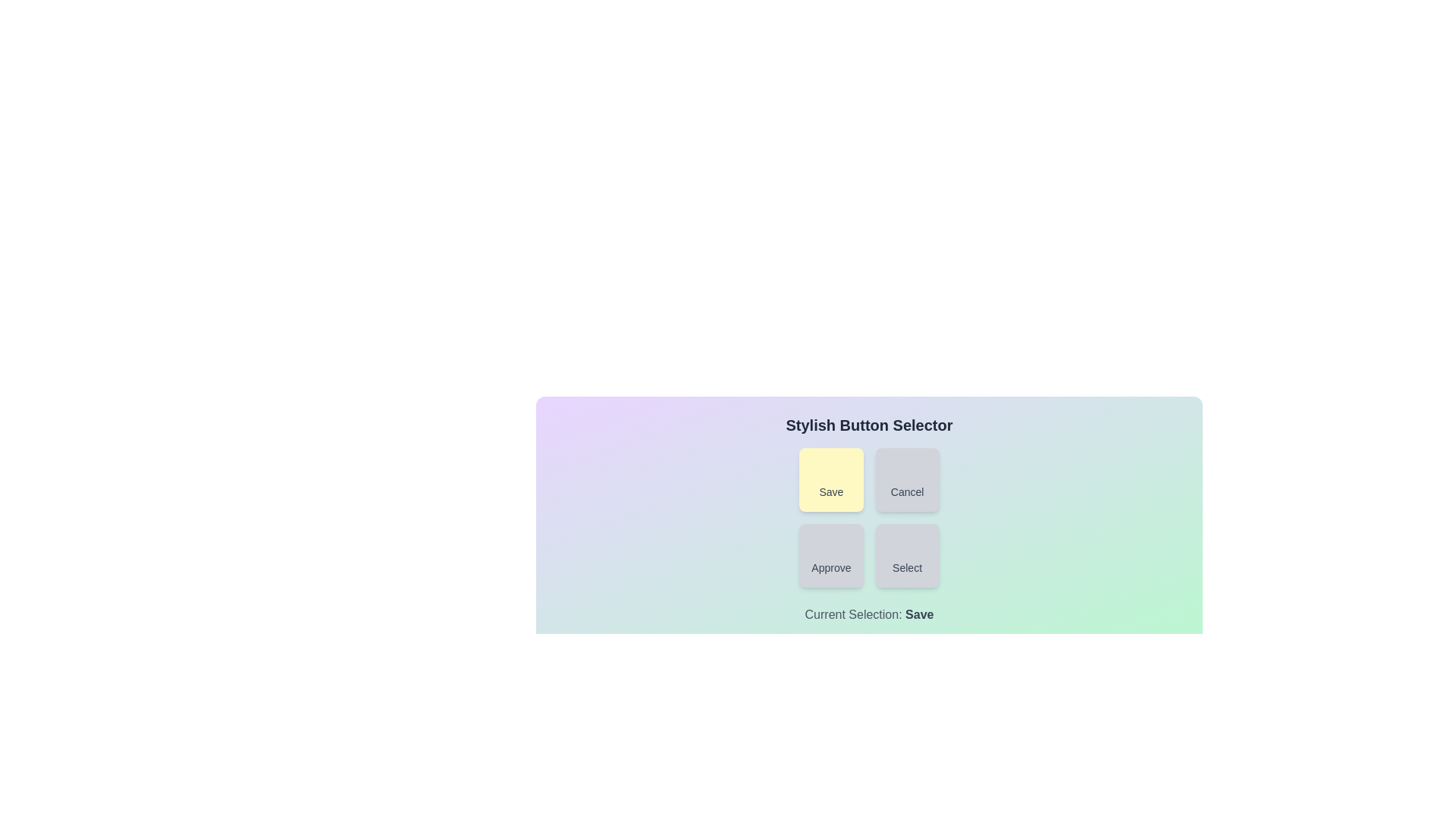  What do you see at coordinates (906, 479) in the screenshot?
I see `the button labeled Cancel to observe its visual feedback` at bounding box center [906, 479].